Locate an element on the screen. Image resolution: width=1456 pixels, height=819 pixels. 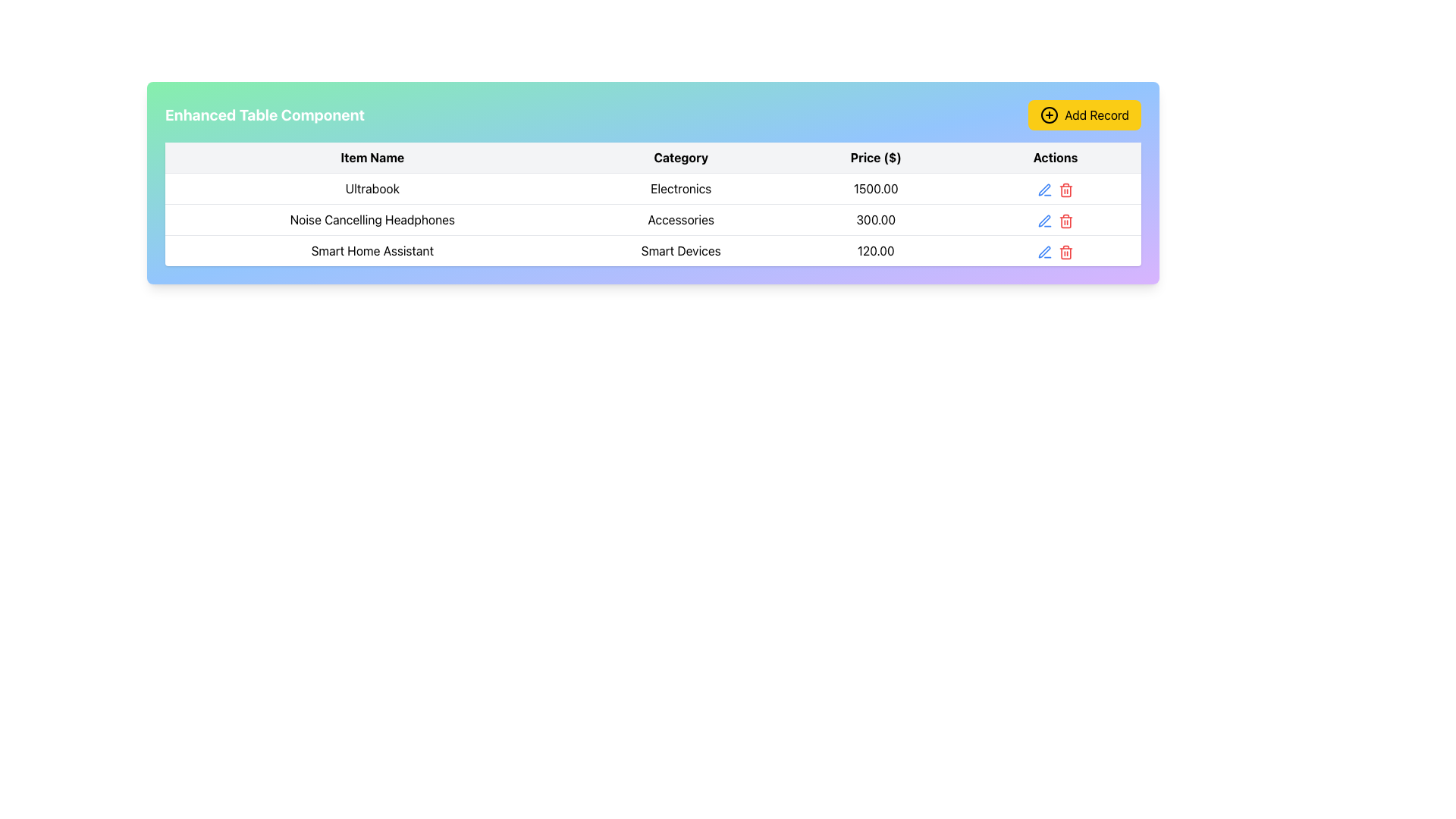
the table cell containing the text 'Smart Devices', which is centrally aligned in the second column of the third row under the 'Category' header is located at coordinates (680, 249).